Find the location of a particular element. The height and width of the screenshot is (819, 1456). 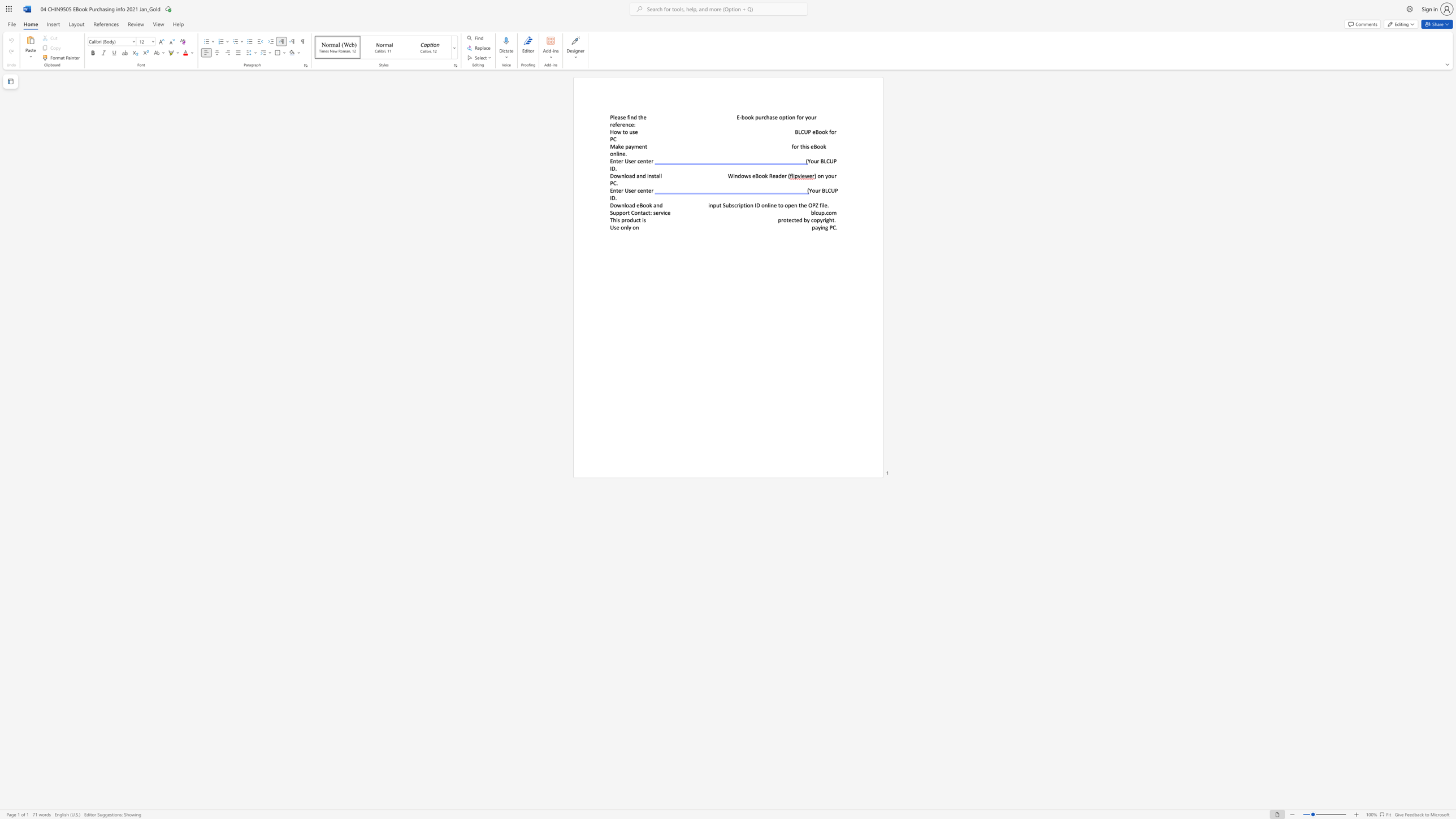

the 2th character "a" in the text is located at coordinates (654, 205).